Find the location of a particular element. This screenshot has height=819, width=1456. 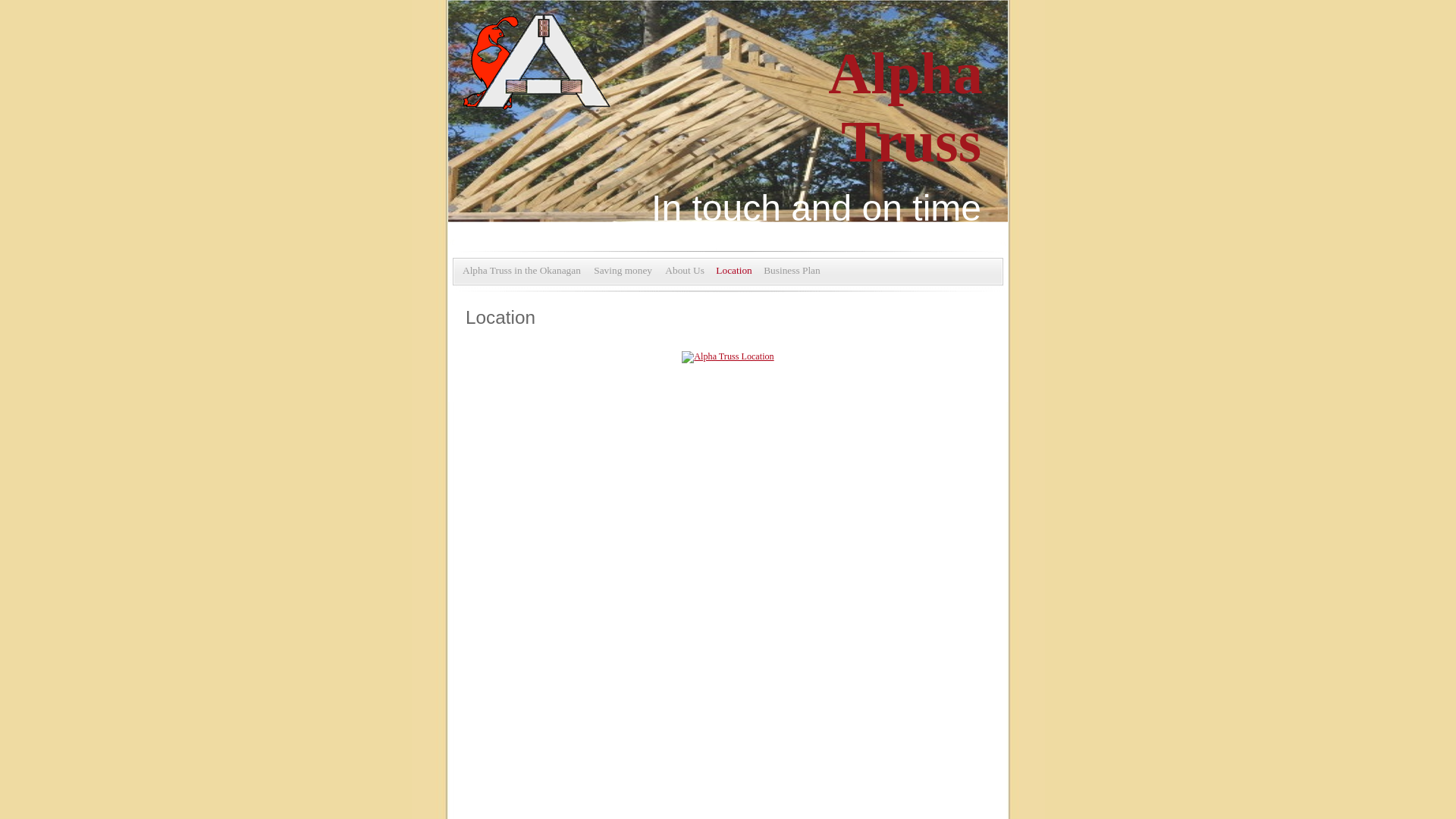

'About Us' is located at coordinates (683, 269).